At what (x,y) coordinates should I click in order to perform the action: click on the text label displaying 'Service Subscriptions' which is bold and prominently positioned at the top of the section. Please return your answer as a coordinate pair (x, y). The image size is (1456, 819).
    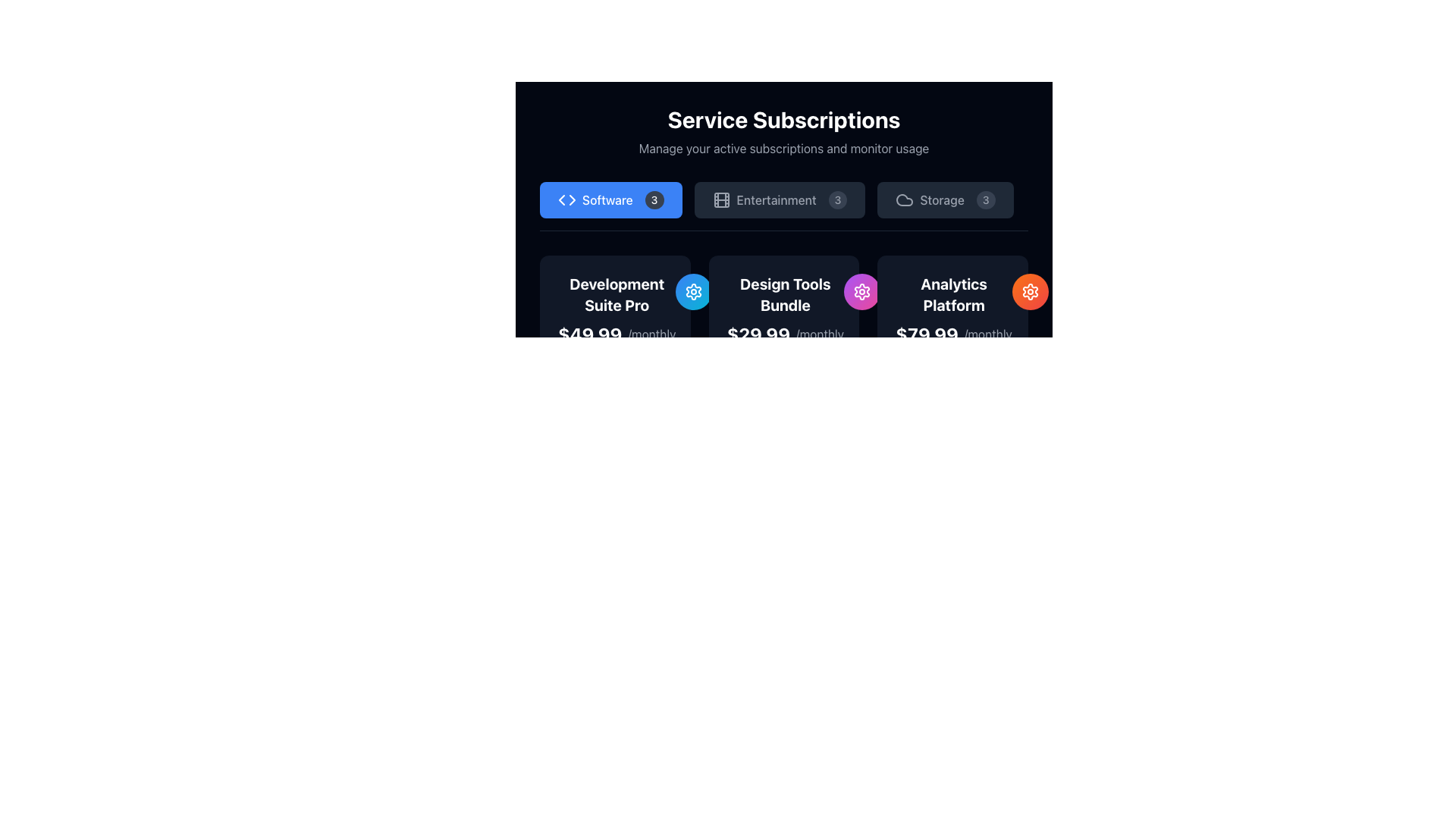
    Looking at the image, I should click on (783, 119).